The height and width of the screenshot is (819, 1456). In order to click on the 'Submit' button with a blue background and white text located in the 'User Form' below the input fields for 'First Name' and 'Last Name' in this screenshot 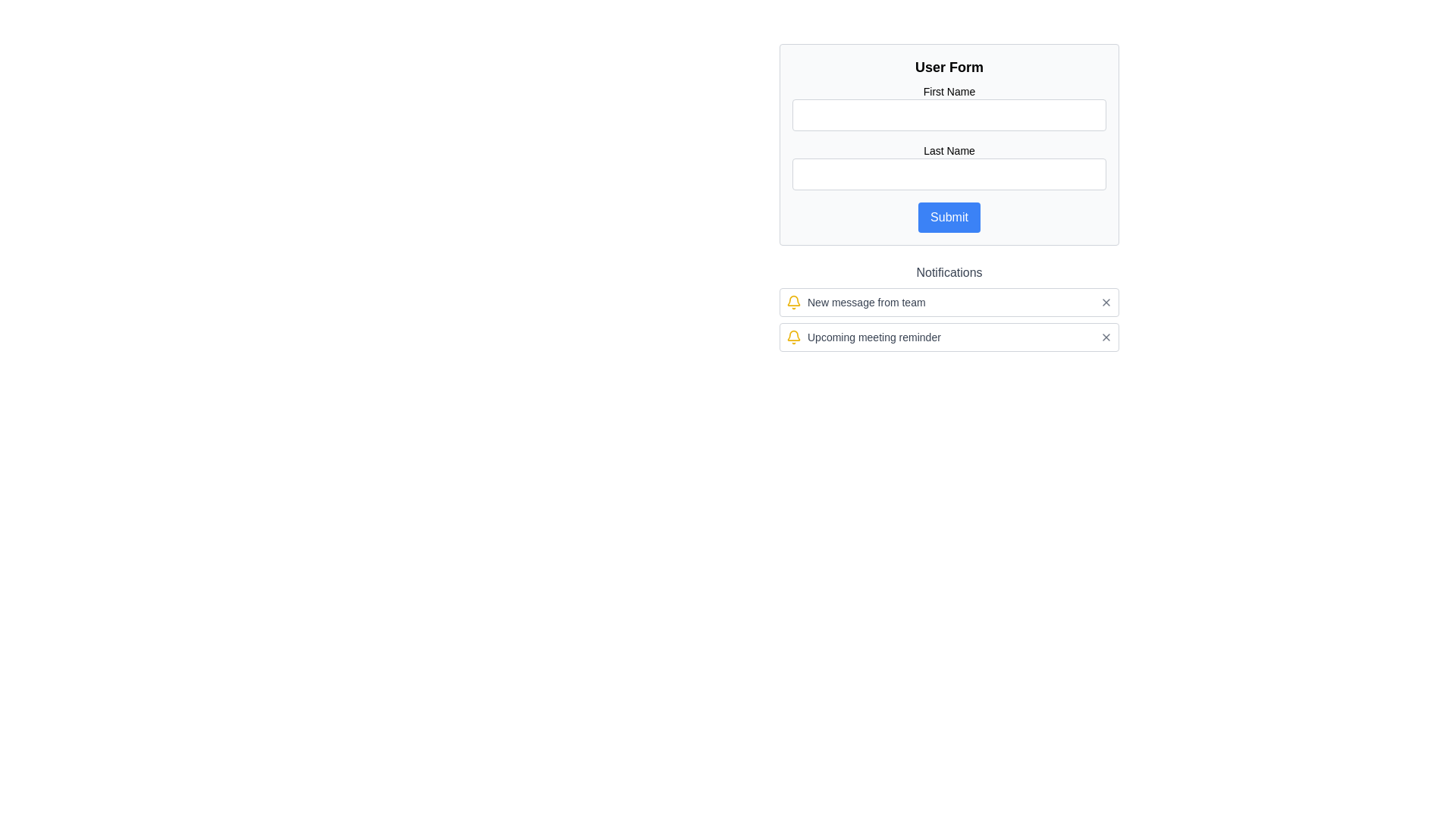, I will do `click(949, 217)`.